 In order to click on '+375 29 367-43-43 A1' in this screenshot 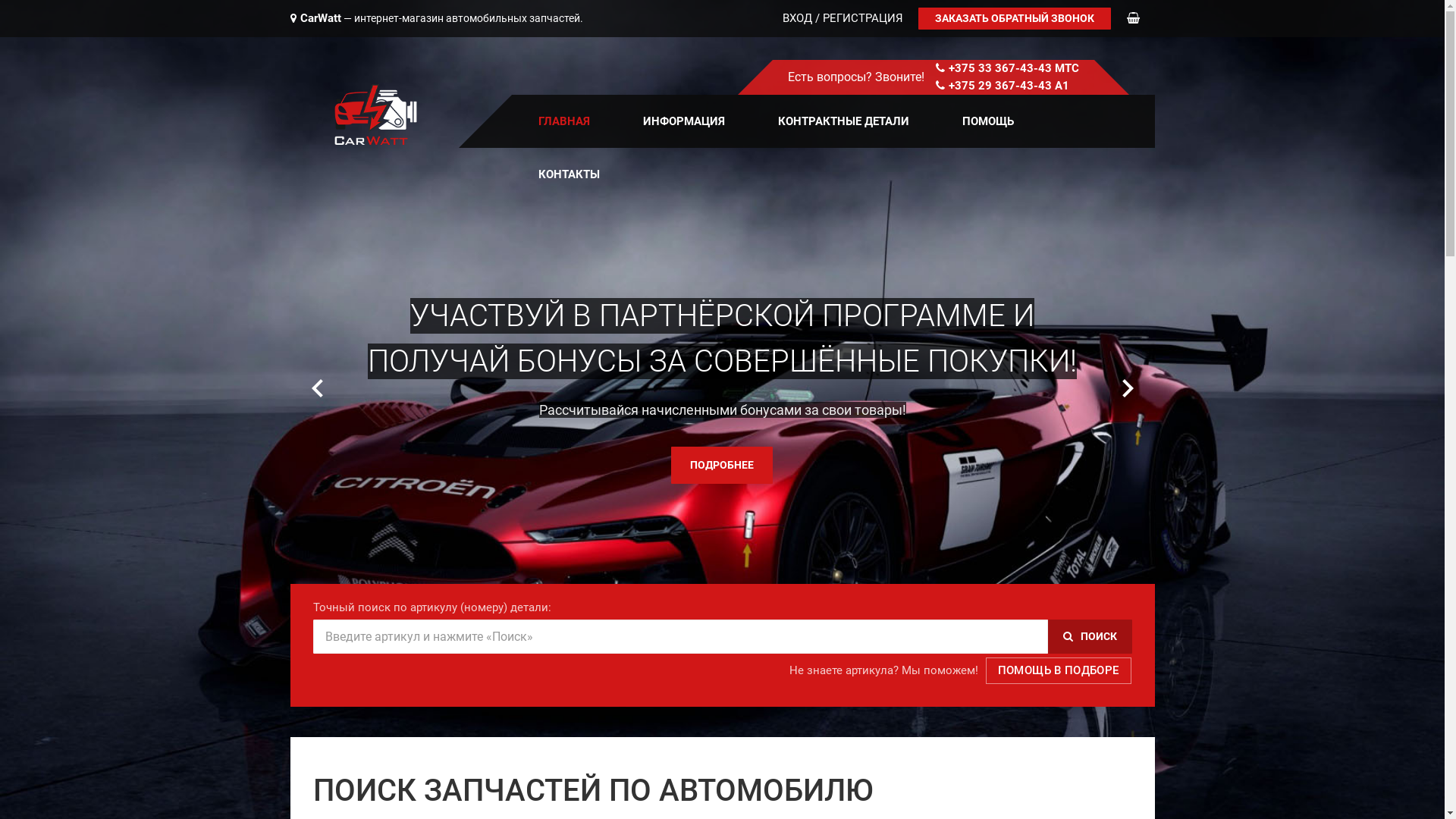, I will do `click(1008, 85)`.